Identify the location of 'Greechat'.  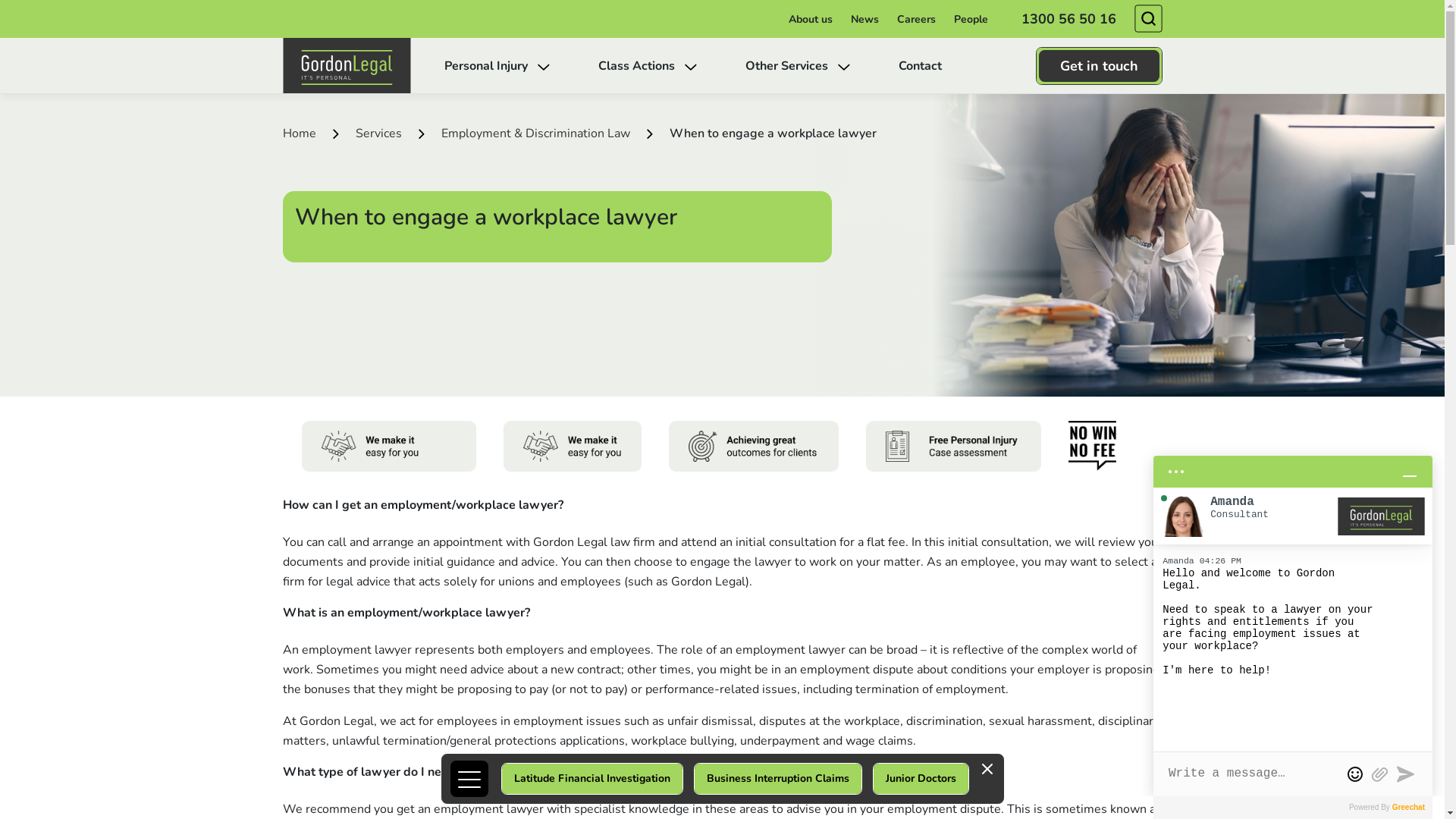
(1392, 806).